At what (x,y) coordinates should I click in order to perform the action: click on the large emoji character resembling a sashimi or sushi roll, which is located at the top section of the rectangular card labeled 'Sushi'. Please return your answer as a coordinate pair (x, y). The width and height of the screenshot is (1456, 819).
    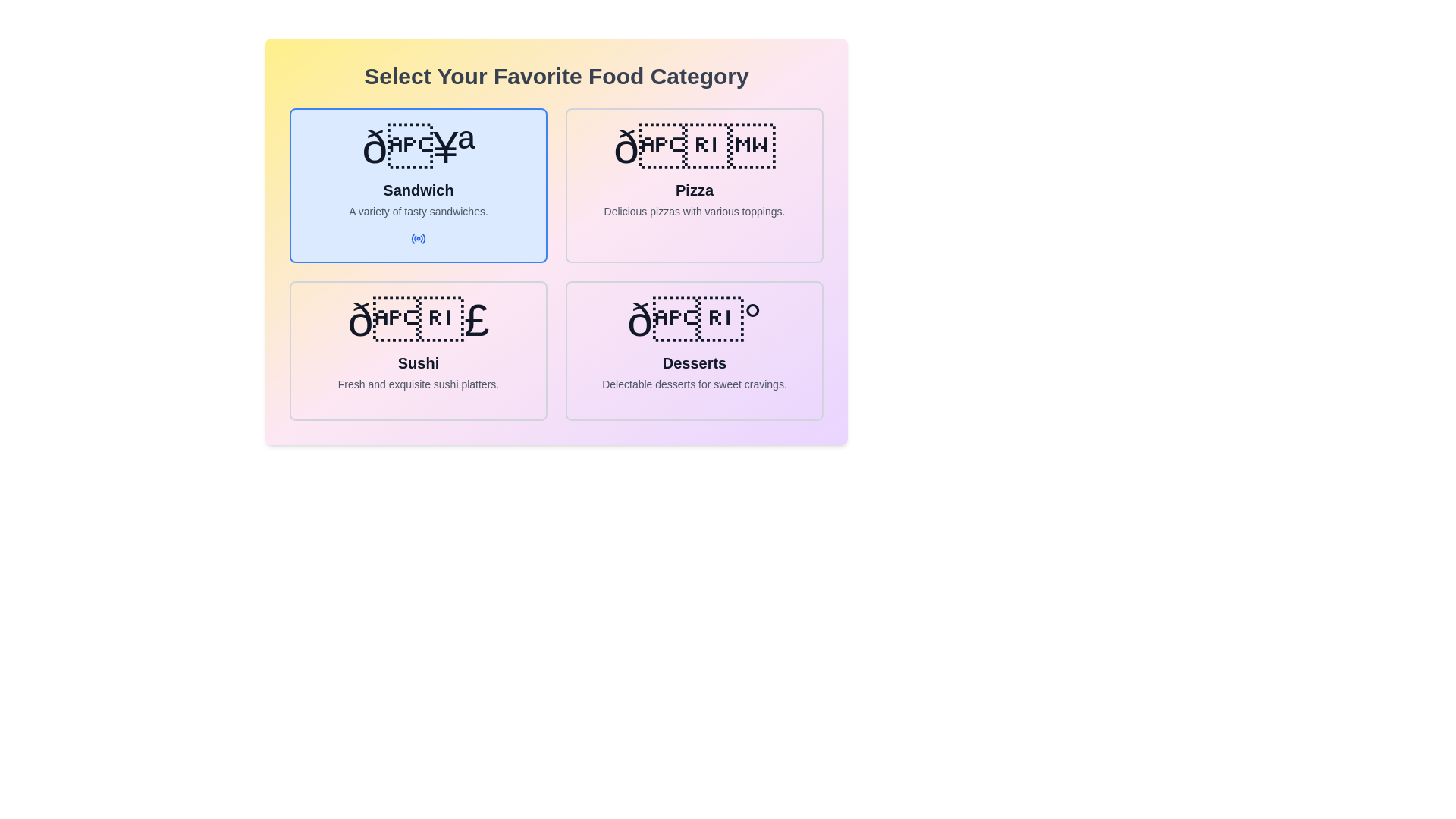
    Looking at the image, I should click on (419, 320).